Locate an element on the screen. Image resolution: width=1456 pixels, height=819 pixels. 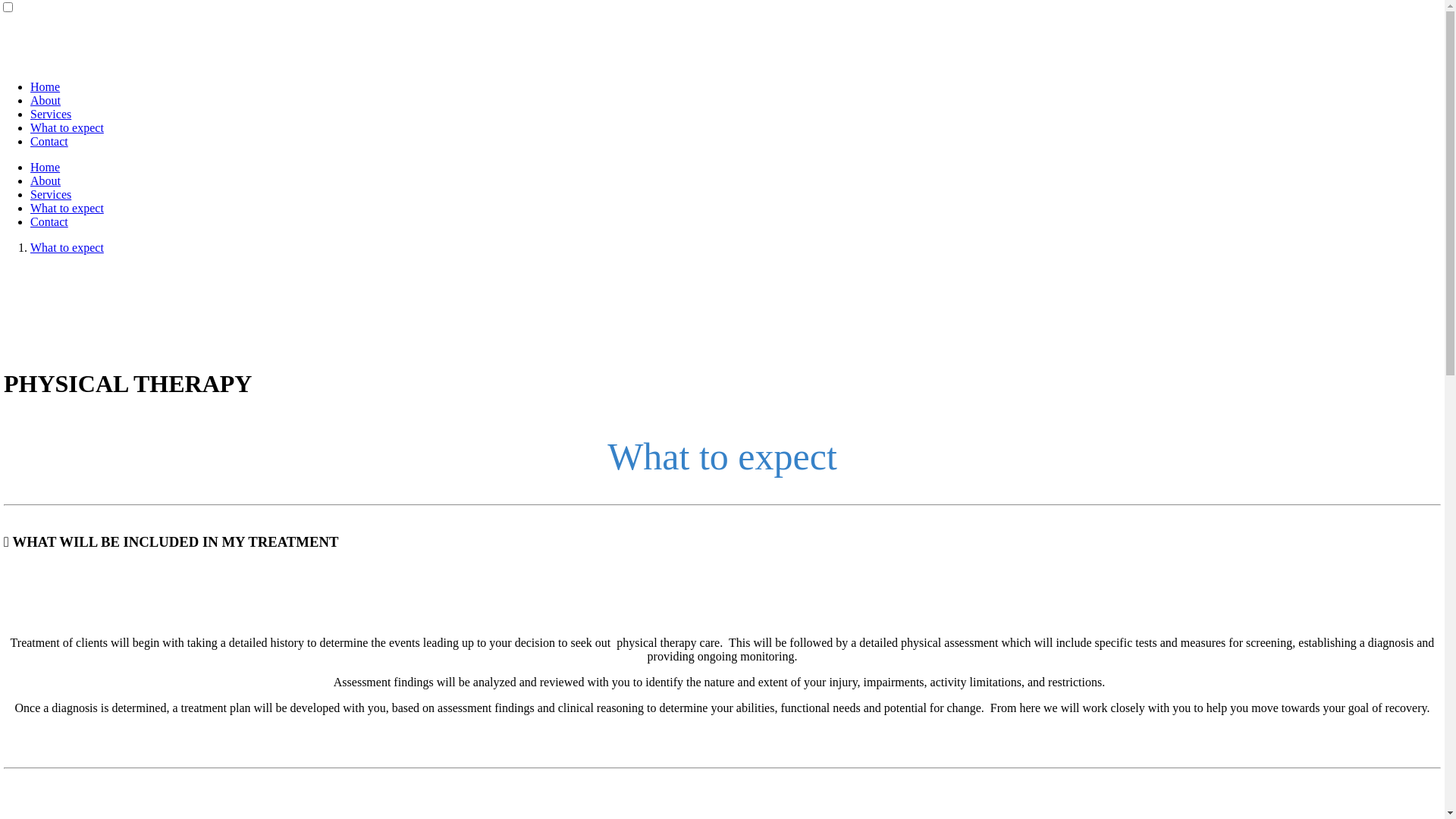
'What to expect' is located at coordinates (66, 246).